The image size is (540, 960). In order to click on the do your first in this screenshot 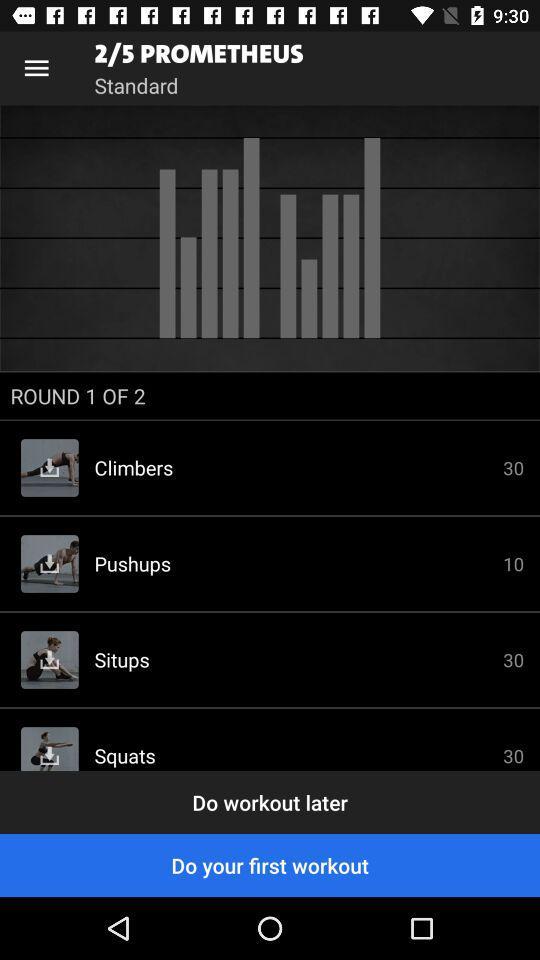, I will do `click(270, 864)`.